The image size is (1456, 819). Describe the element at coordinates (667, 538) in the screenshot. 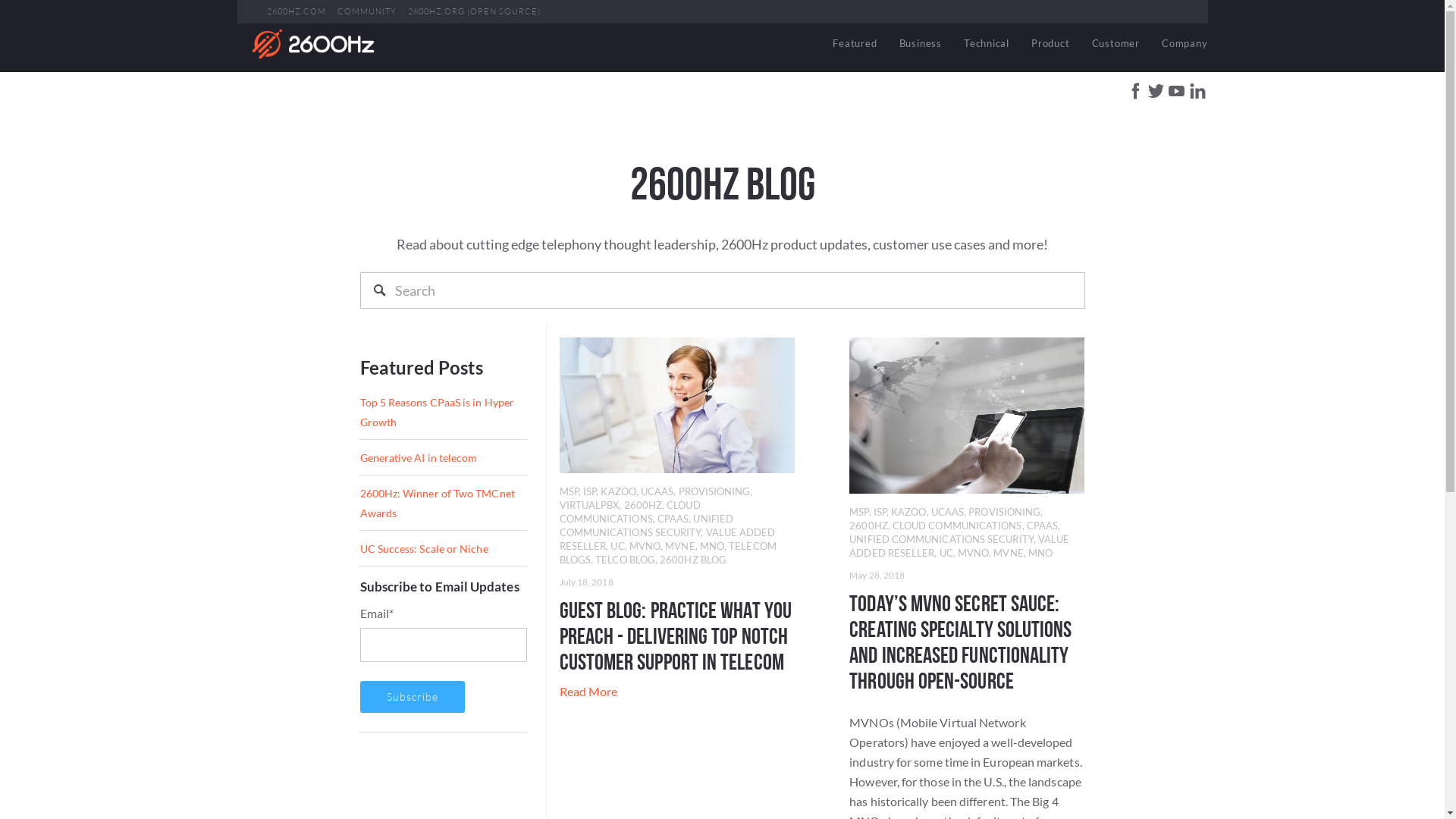

I see `'VALUE ADDED RESELLER'` at that location.